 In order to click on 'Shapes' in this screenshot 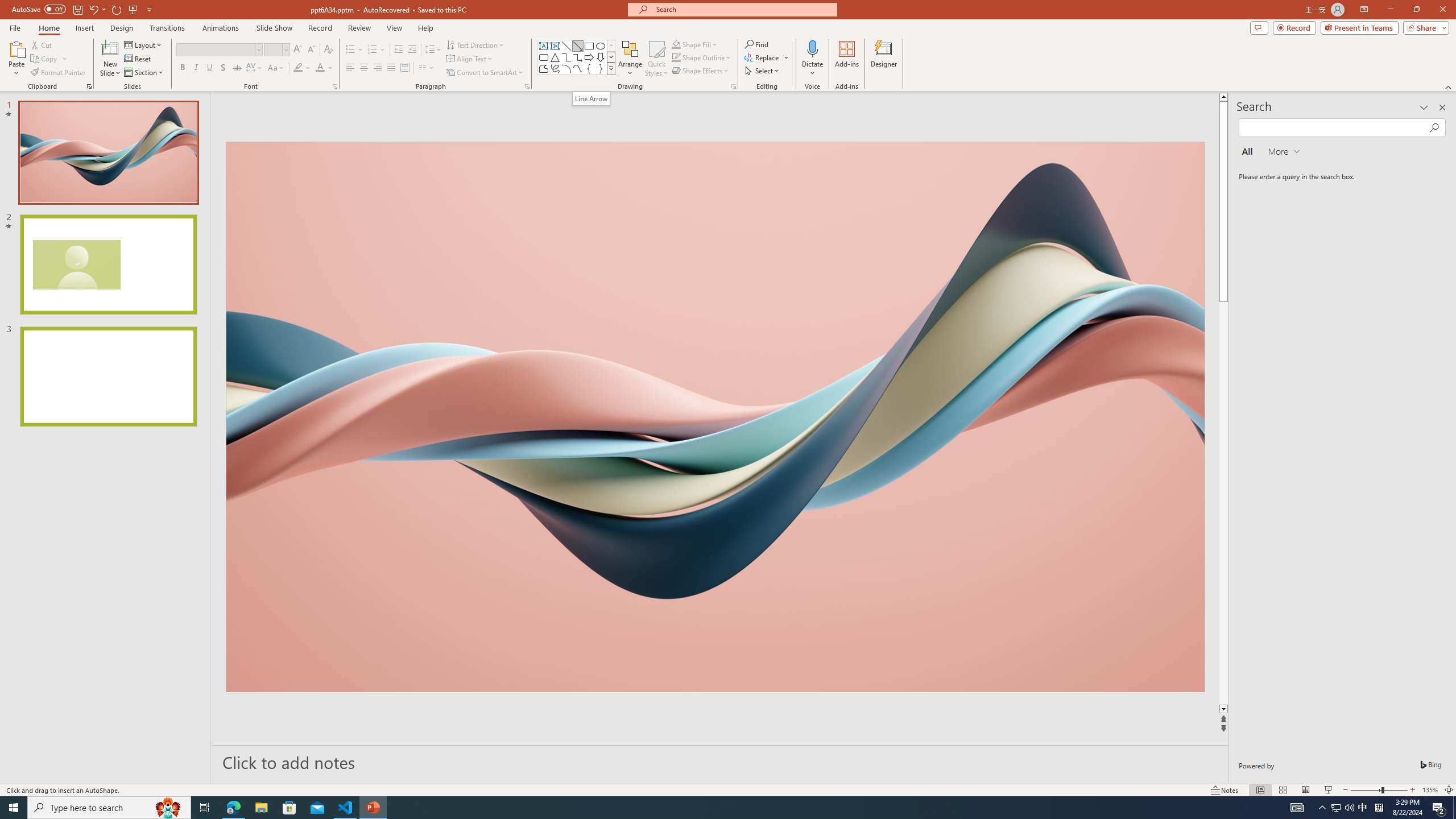, I will do `click(611, 68)`.